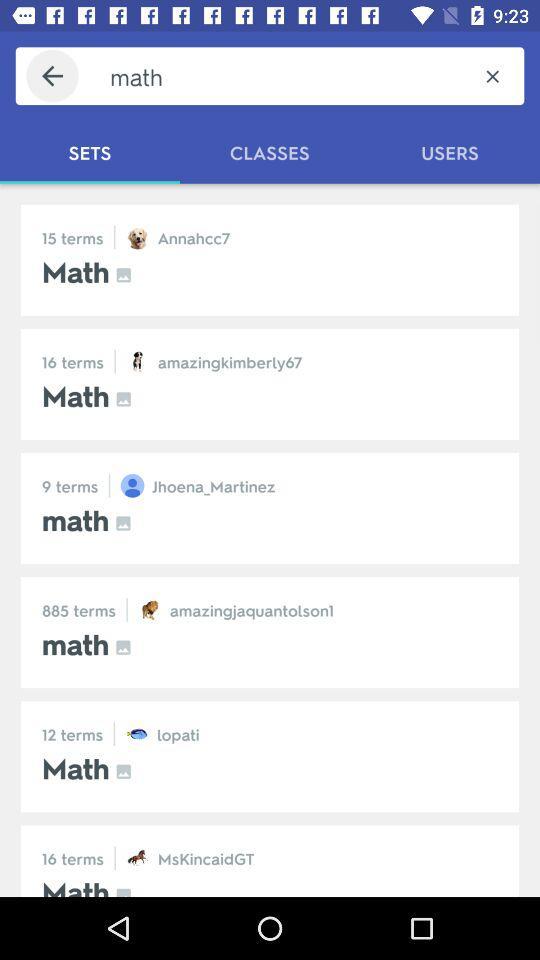  Describe the element at coordinates (52, 76) in the screenshot. I see `the icon next to the math icon` at that location.